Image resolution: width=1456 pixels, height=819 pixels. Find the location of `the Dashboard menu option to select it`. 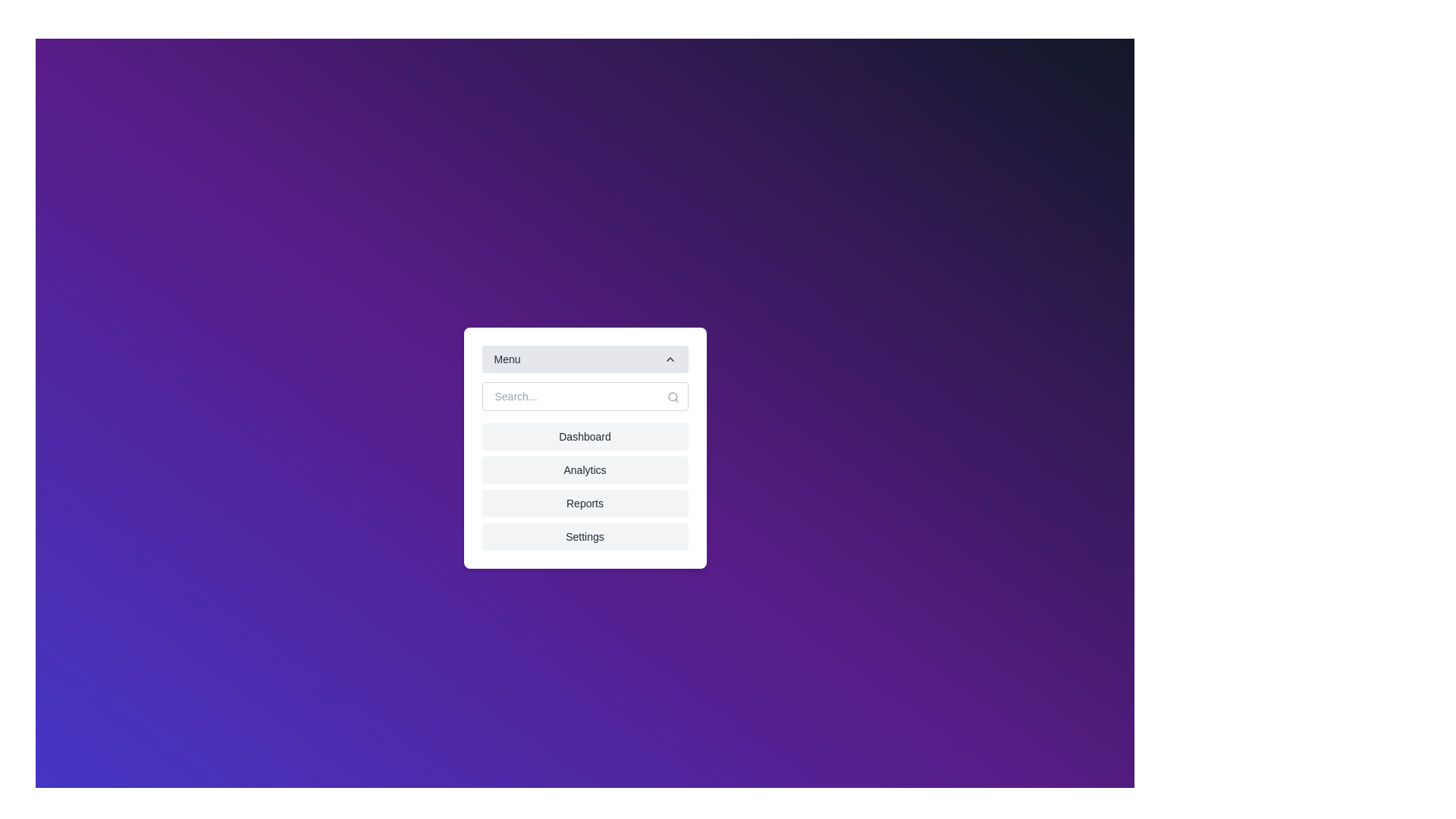

the Dashboard menu option to select it is located at coordinates (584, 436).